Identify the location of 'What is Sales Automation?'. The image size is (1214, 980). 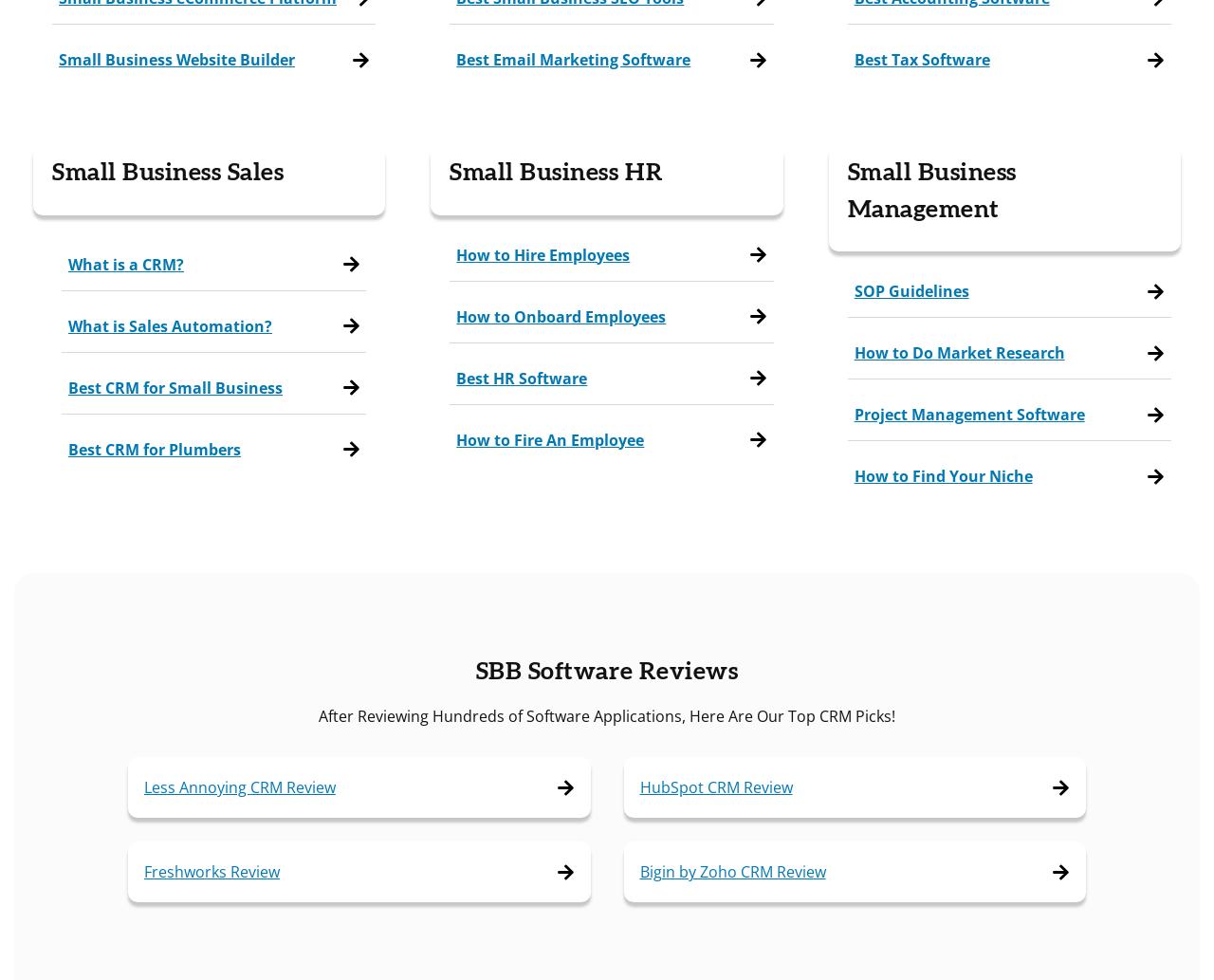
(170, 324).